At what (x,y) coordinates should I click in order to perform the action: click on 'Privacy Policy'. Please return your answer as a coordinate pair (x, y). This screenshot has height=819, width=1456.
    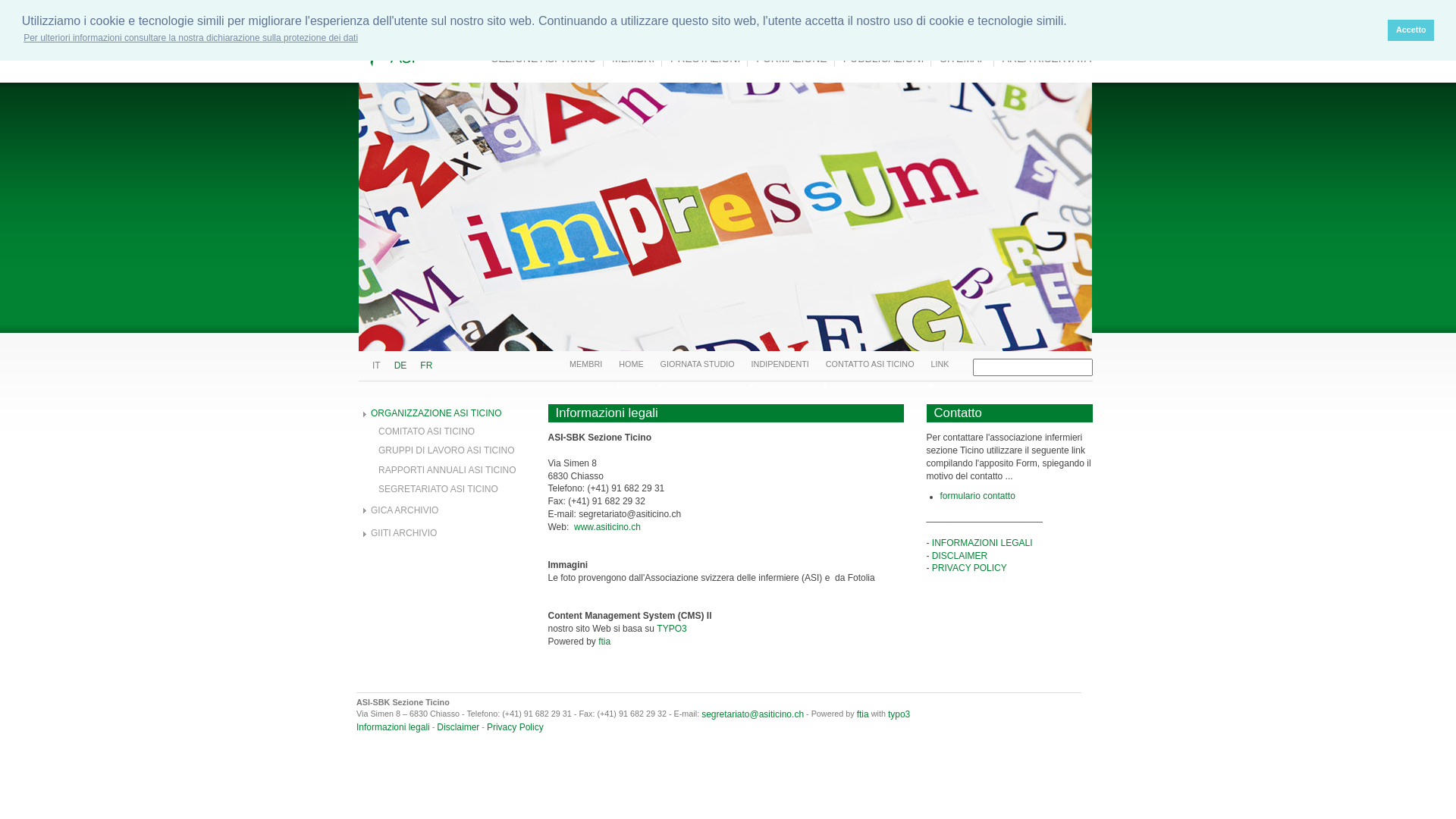
    Looking at the image, I should click on (515, 726).